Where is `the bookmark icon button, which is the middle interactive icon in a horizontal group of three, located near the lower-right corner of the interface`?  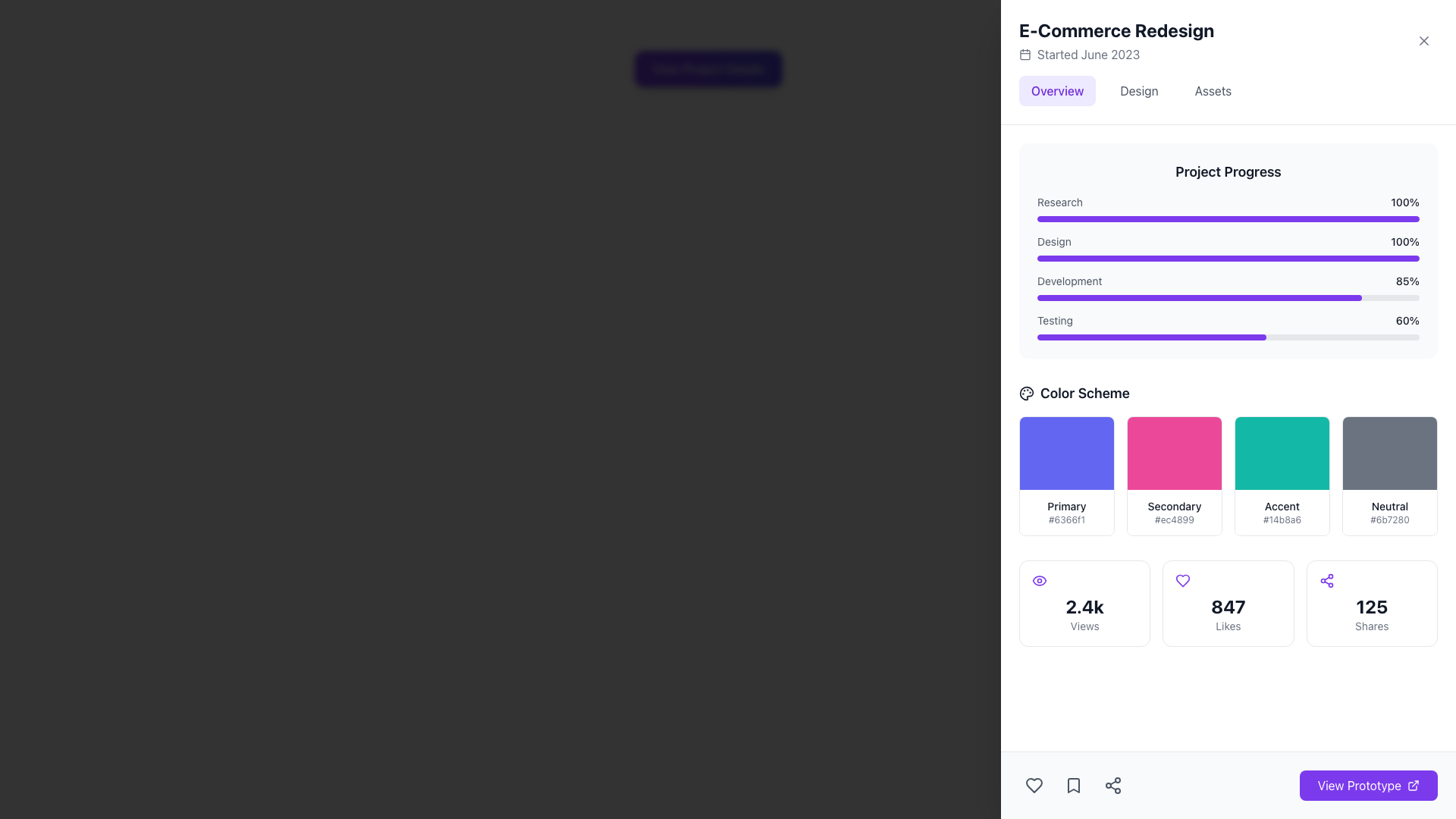 the bookmark icon button, which is the middle interactive icon in a horizontal group of three, located near the lower-right corner of the interface is located at coordinates (1073, 785).